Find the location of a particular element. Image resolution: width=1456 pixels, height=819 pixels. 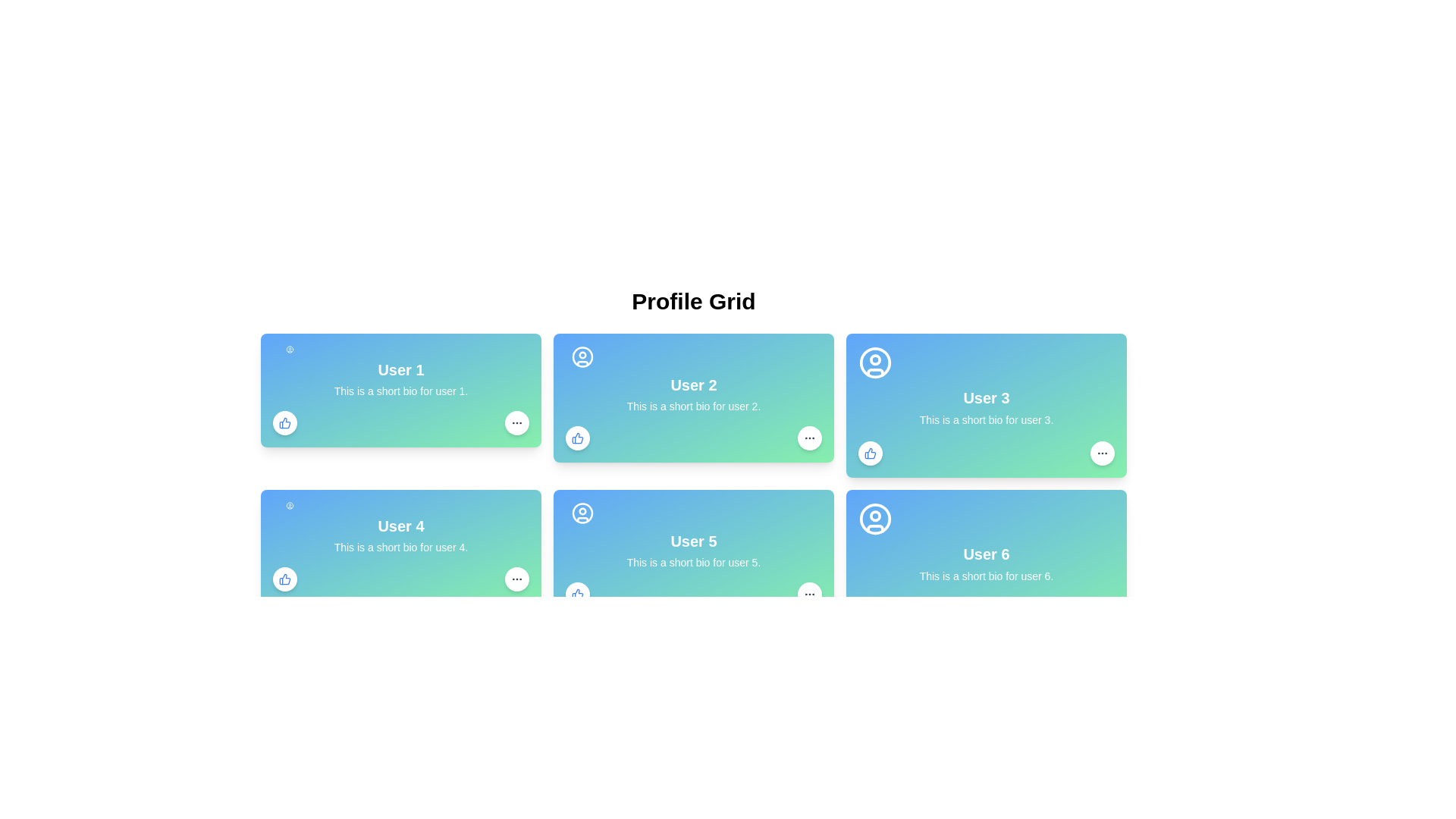

the user profile icon for 'User 3' located in the top-left corner of the profile card, which symbolizes the user's identity is located at coordinates (875, 362).